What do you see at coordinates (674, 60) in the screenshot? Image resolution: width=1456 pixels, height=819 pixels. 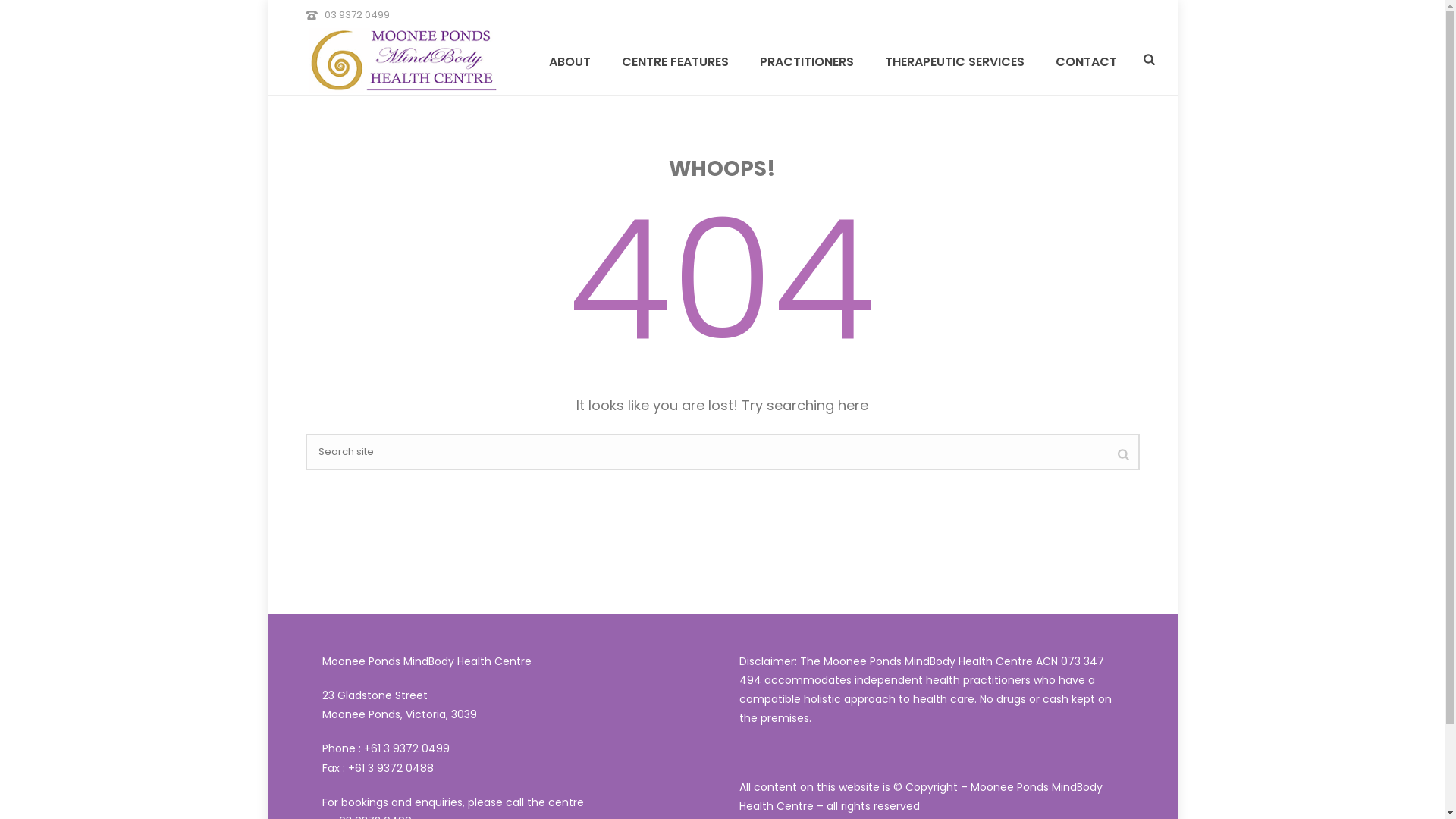 I see `'CENTRE FEATURES'` at bounding box center [674, 60].